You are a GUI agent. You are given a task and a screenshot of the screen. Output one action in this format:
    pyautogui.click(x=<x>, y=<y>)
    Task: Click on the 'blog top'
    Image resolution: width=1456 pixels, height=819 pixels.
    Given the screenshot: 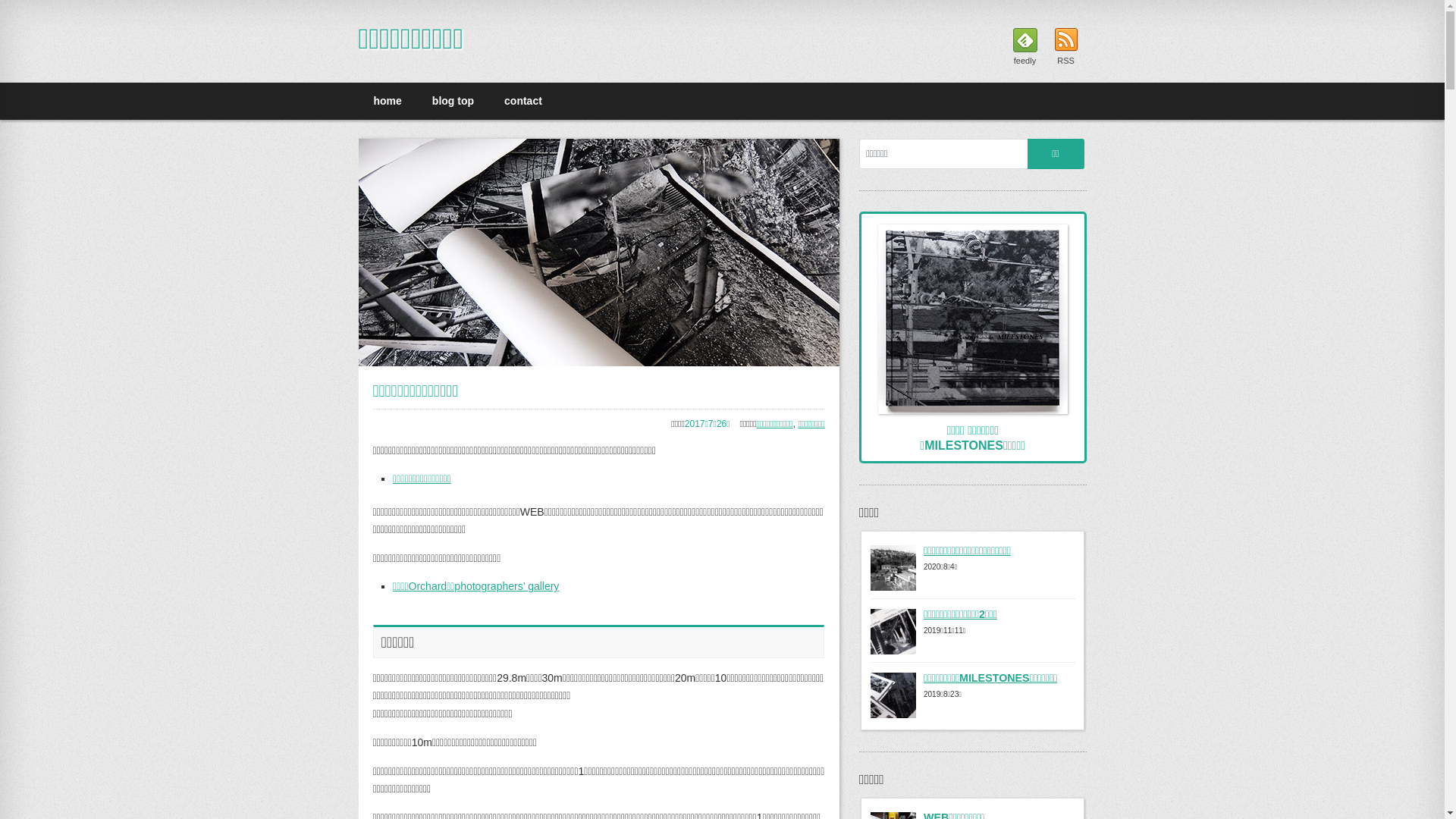 What is the action you would take?
    pyautogui.click(x=452, y=100)
    